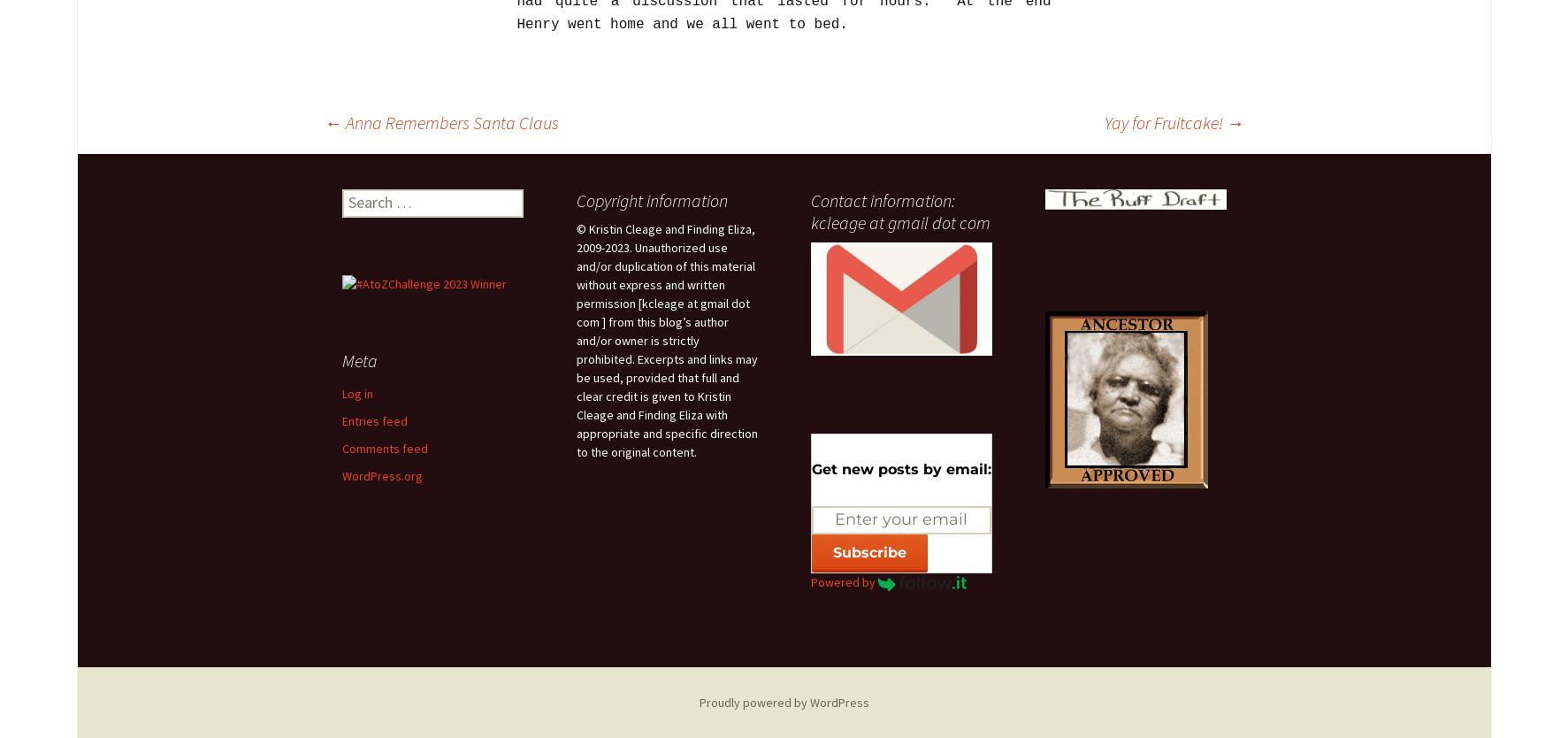  What do you see at coordinates (340, 446) in the screenshot?
I see `'Comments feed'` at bounding box center [340, 446].